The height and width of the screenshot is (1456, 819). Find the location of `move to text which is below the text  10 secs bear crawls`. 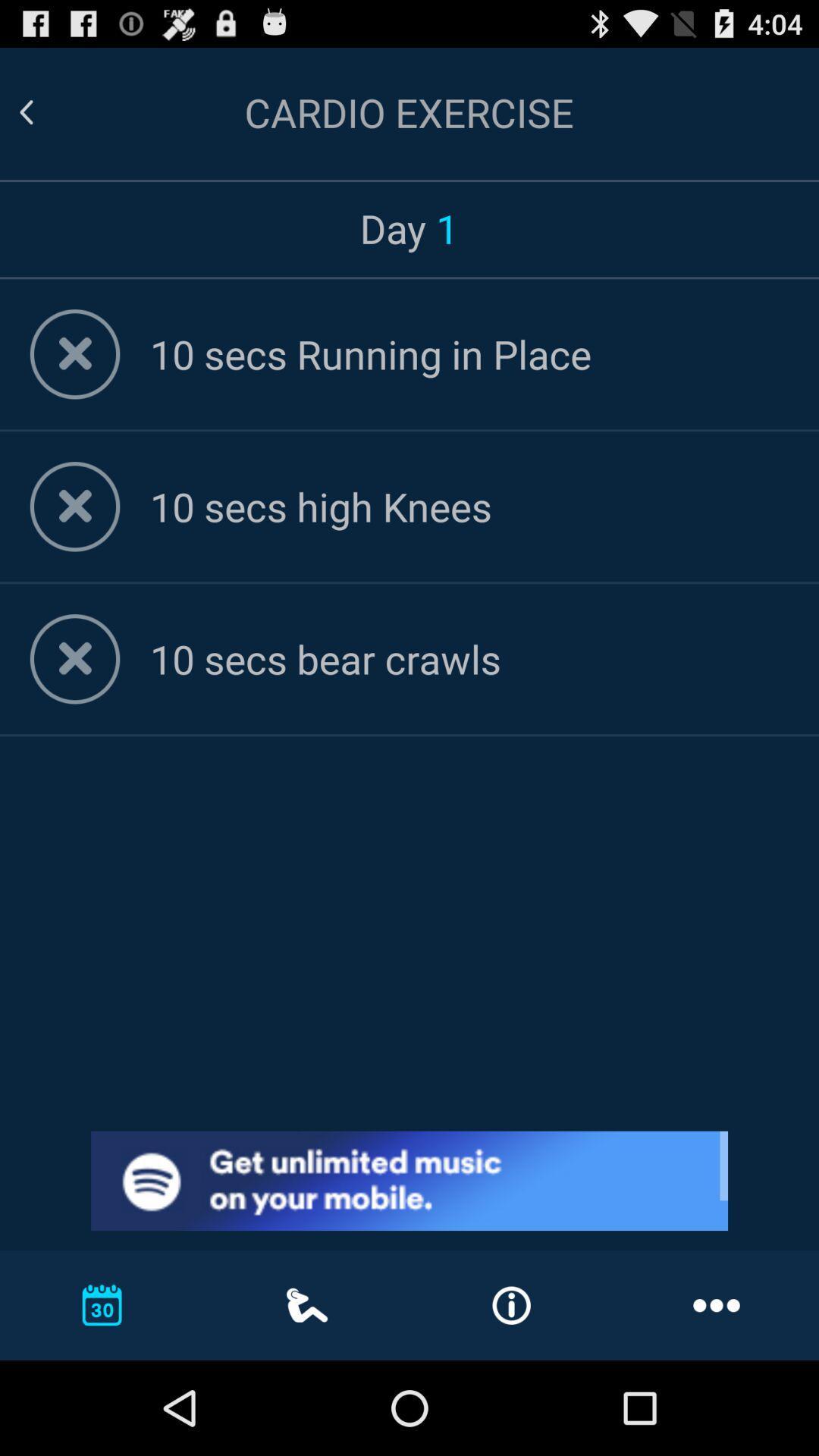

move to text which is below the text  10 secs bear crawls is located at coordinates (468, 658).